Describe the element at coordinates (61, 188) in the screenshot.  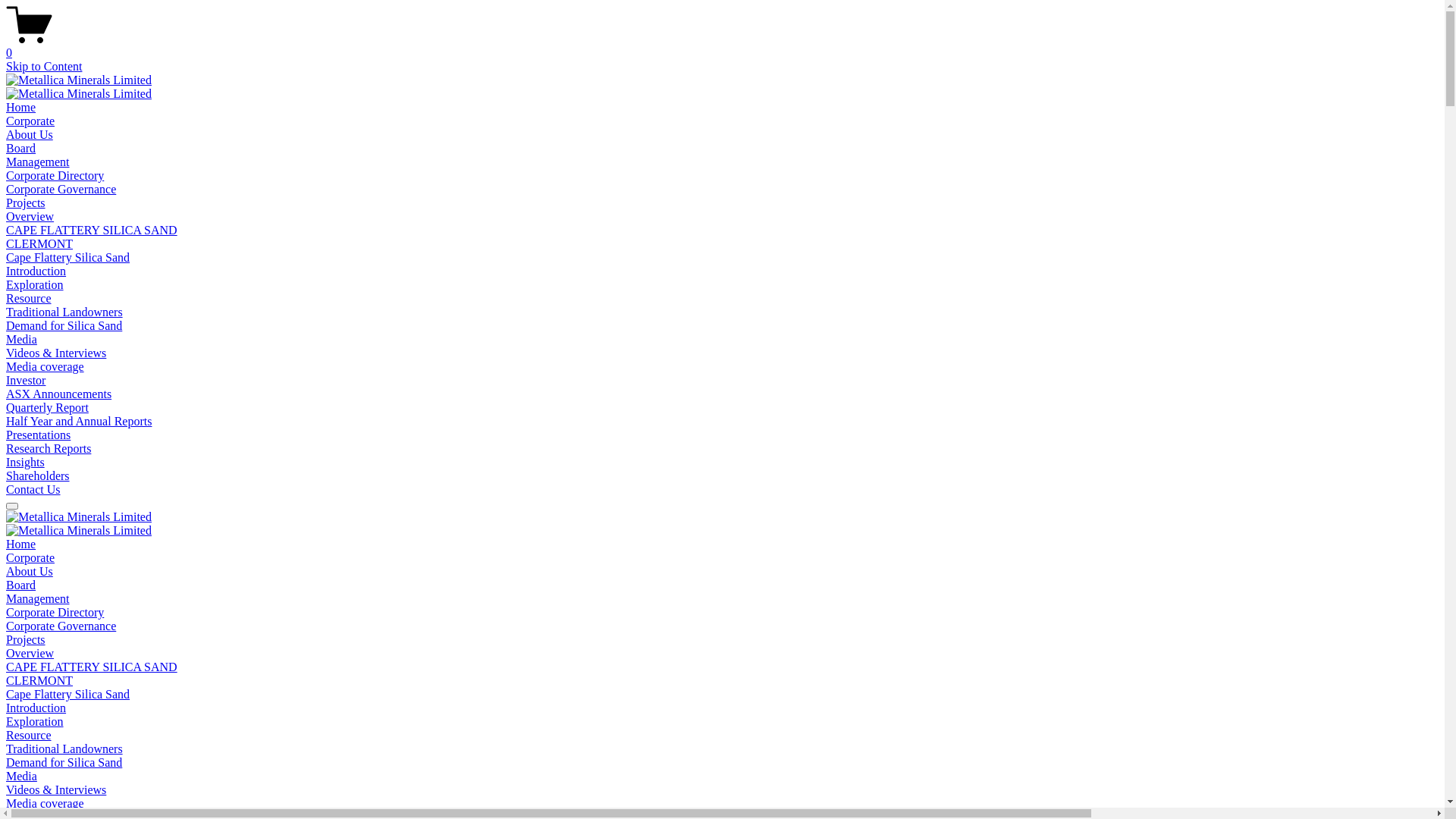
I see `'Corporate Governance'` at that location.